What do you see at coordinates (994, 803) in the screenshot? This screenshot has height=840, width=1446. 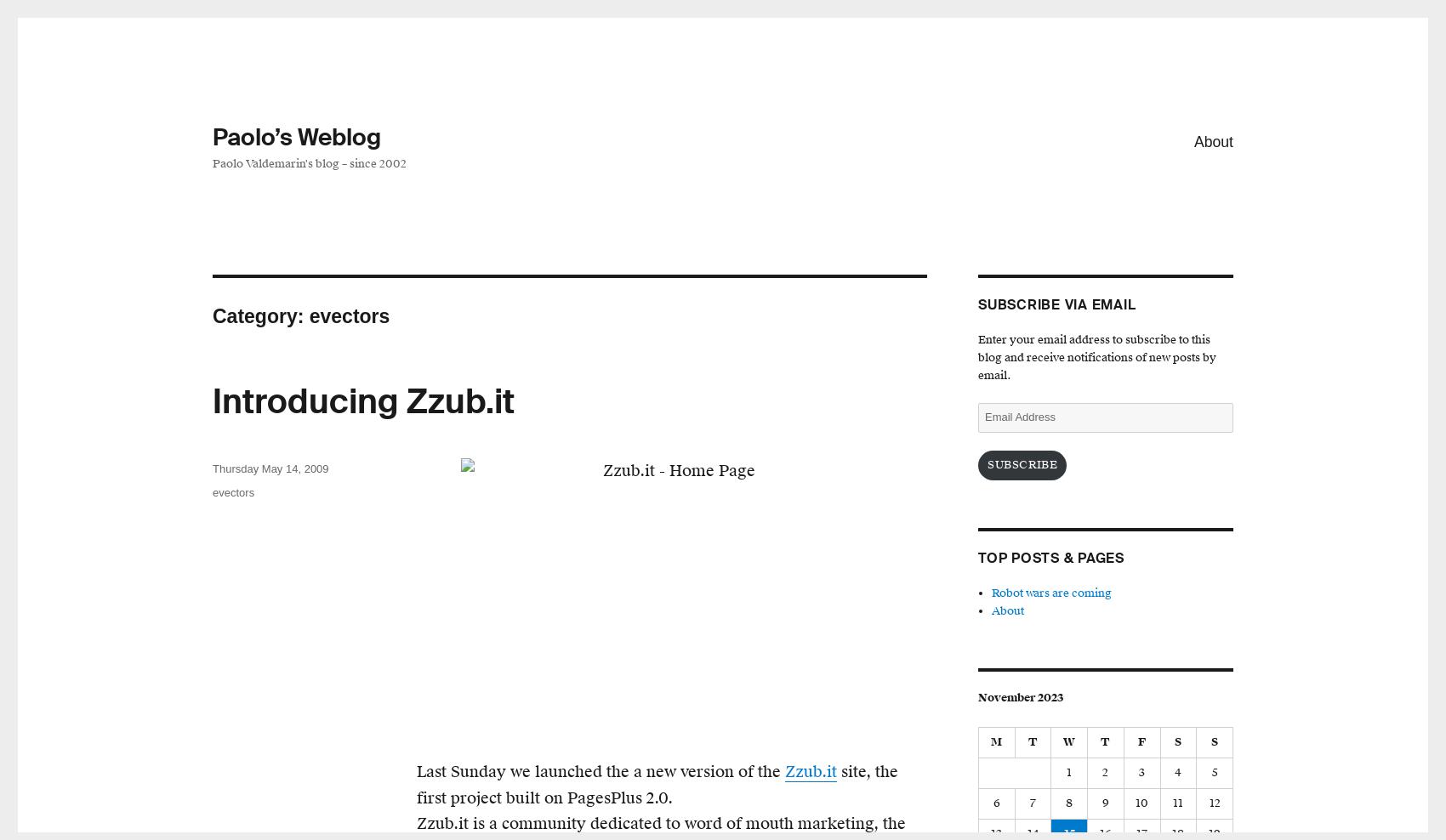 I see `'6'` at bounding box center [994, 803].